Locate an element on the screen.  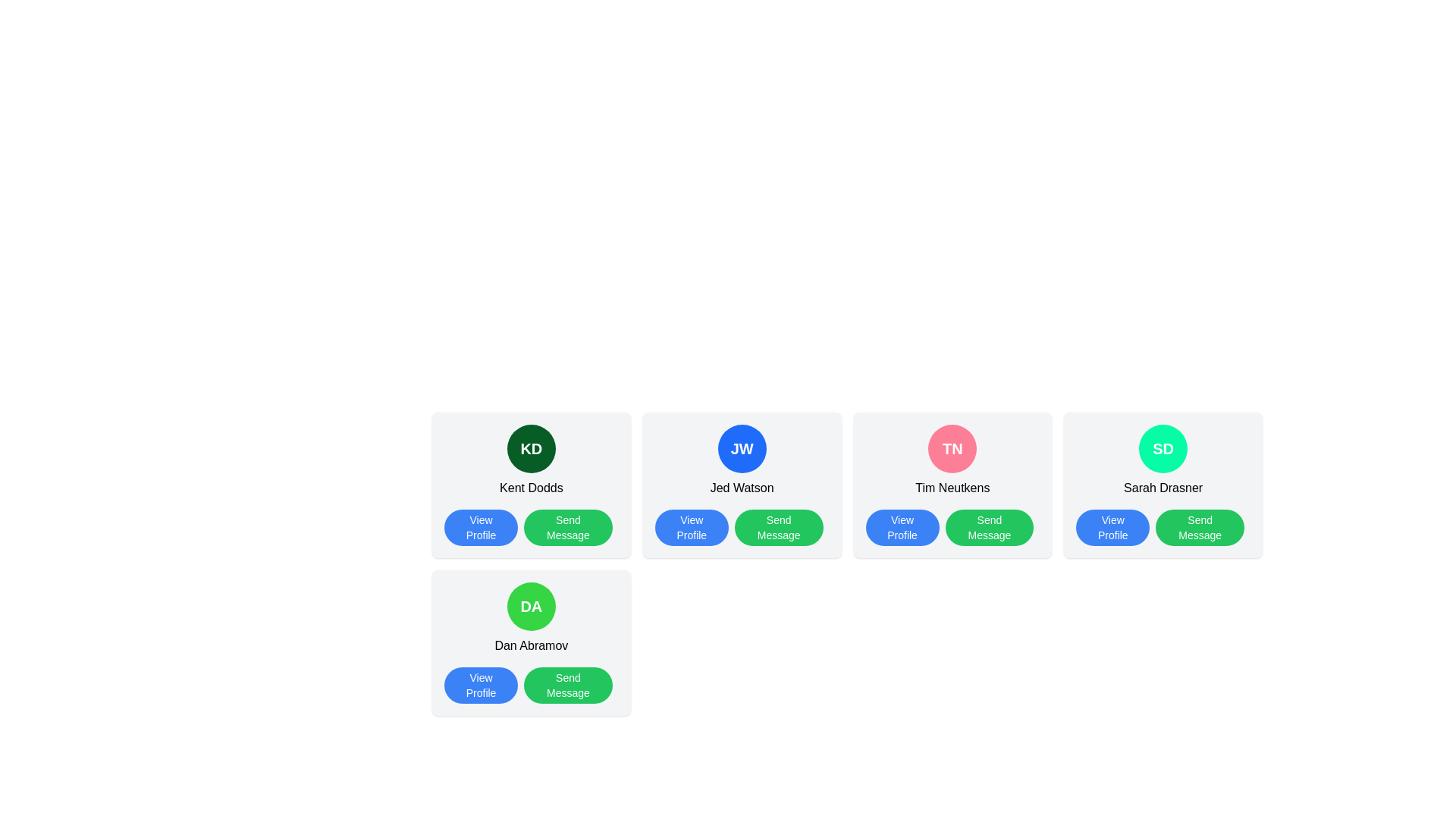
the profile card for 'Kent Dodds', which is the first card in the grid layout allowing users is located at coordinates (531, 485).